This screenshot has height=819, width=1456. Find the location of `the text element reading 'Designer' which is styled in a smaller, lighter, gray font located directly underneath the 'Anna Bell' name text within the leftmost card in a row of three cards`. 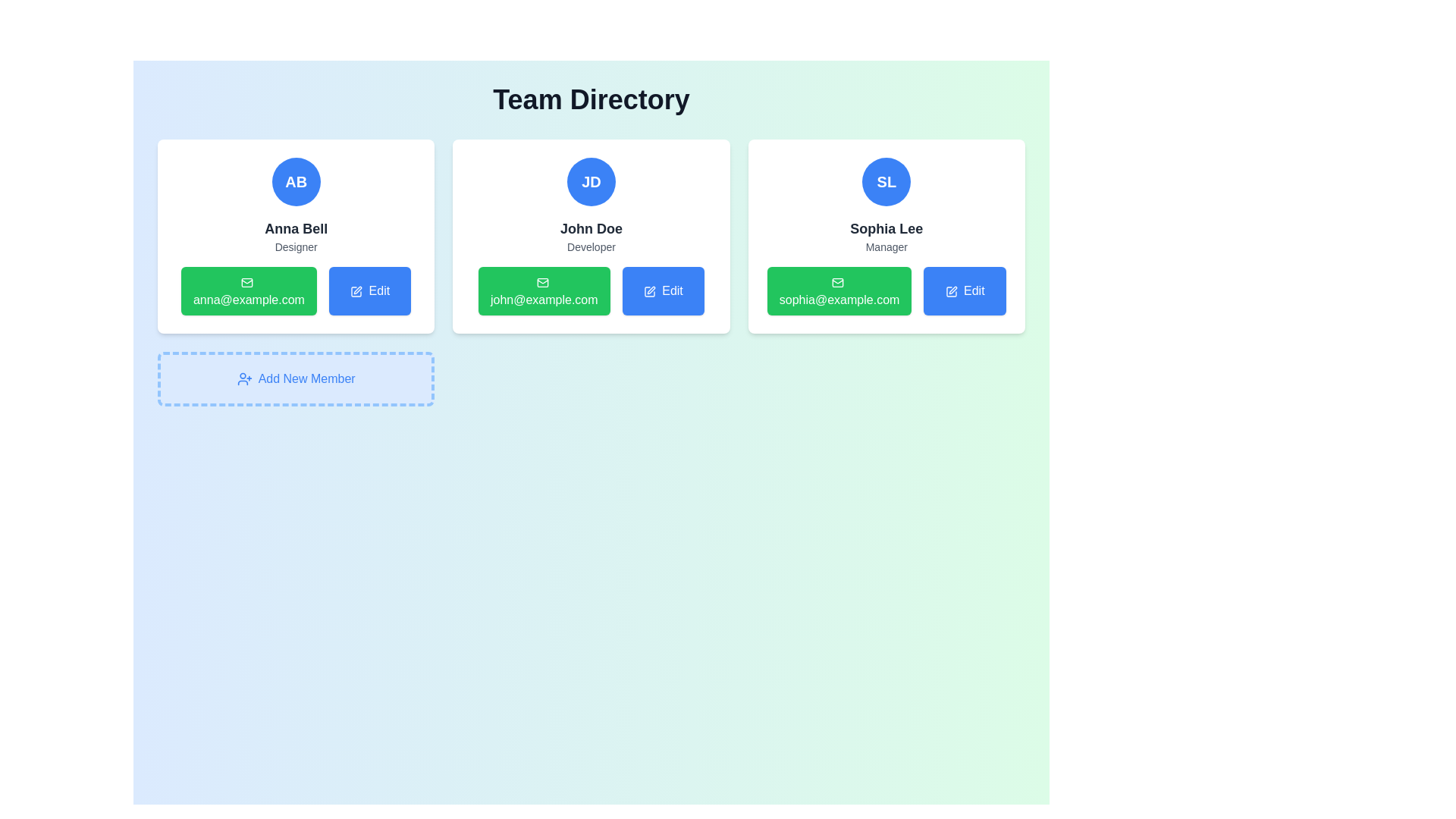

the text element reading 'Designer' which is styled in a smaller, lighter, gray font located directly underneath the 'Anna Bell' name text within the leftmost card in a row of three cards is located at coordinates (296, 246).